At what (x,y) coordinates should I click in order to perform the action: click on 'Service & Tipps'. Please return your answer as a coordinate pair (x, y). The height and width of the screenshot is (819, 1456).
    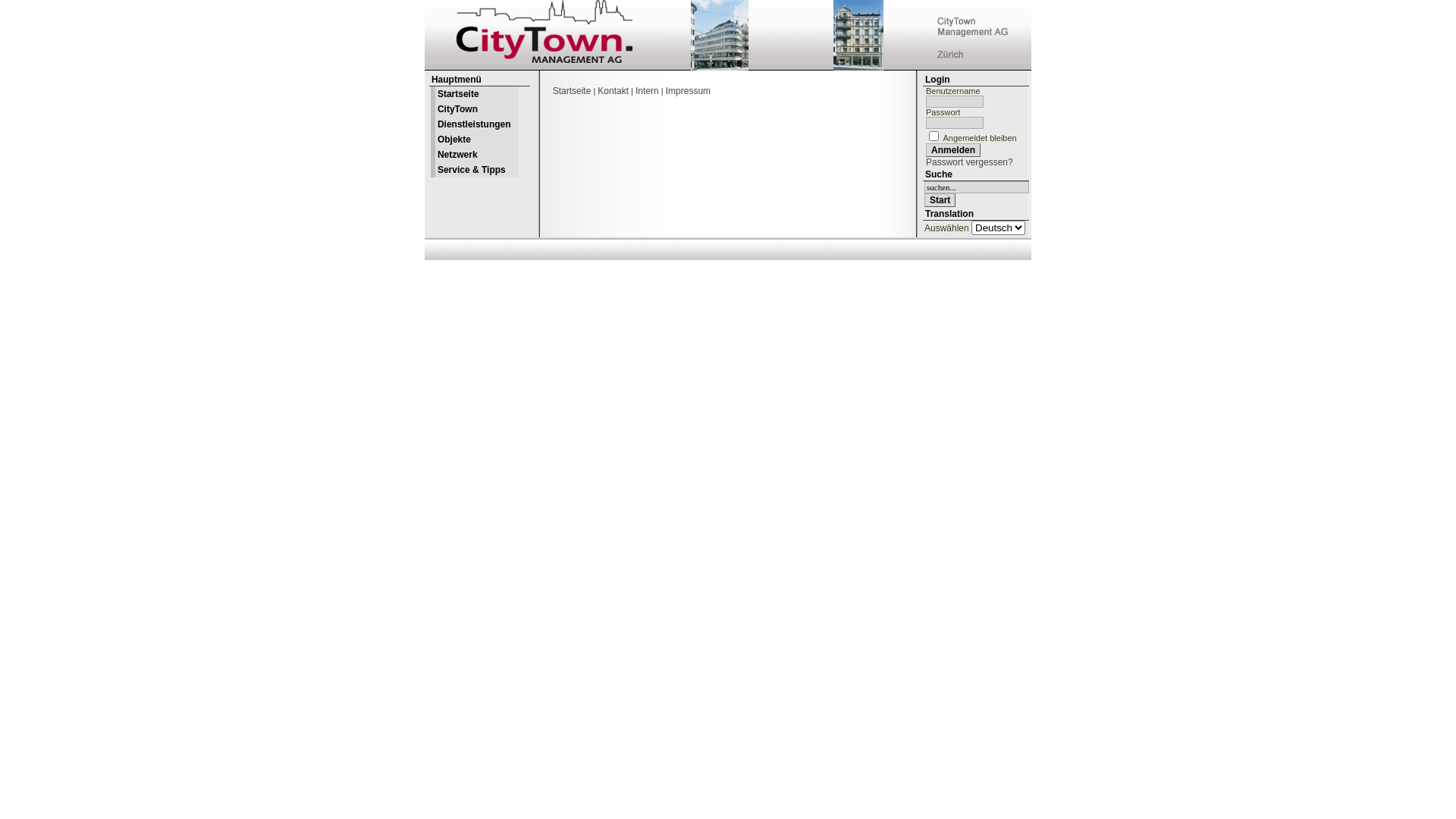
    Looking at the image, I should click on (473, 169).